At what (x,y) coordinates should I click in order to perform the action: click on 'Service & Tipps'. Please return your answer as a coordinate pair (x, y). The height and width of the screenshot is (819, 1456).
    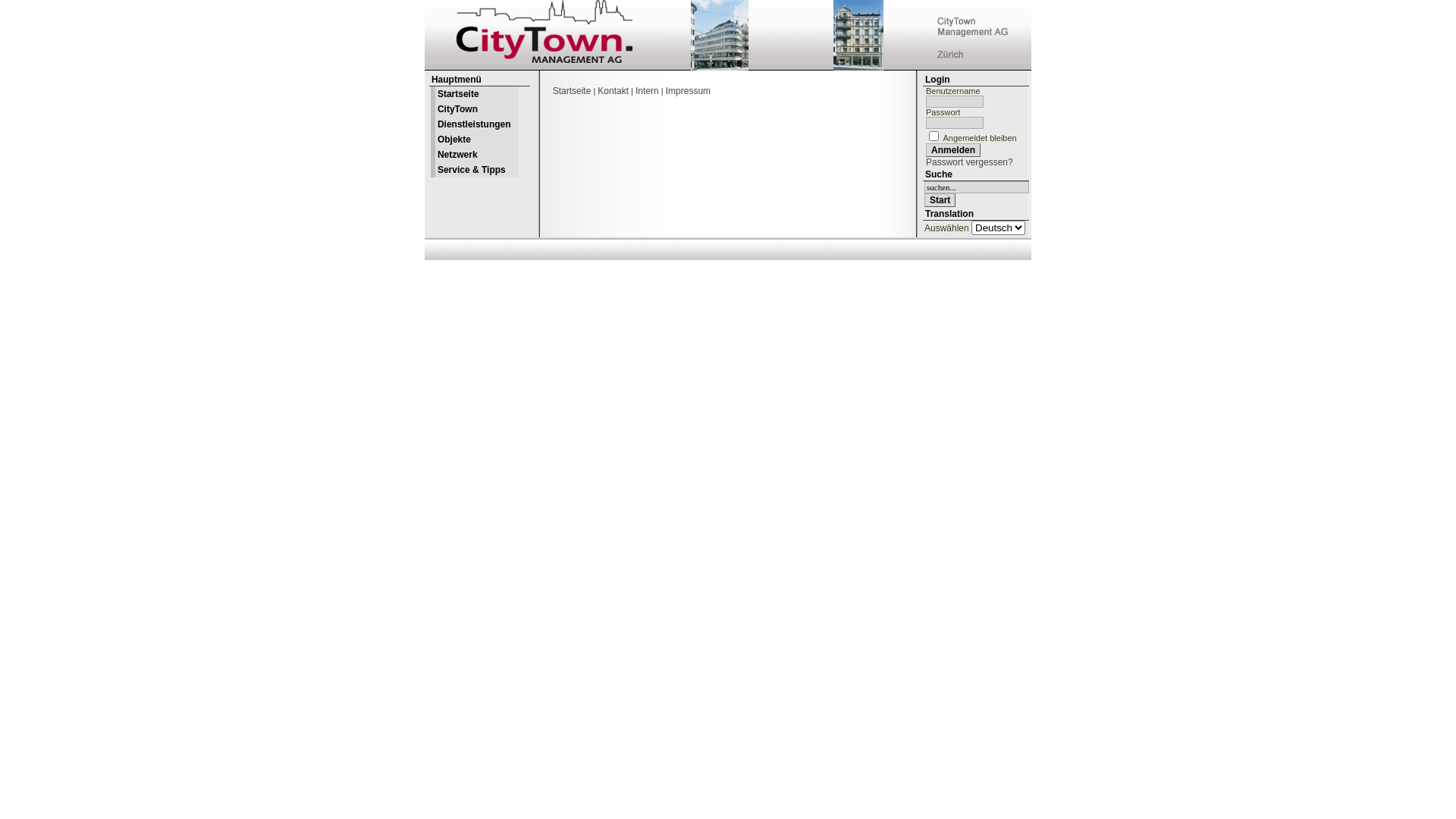
    Looking at the image, I should click on (473, 169).